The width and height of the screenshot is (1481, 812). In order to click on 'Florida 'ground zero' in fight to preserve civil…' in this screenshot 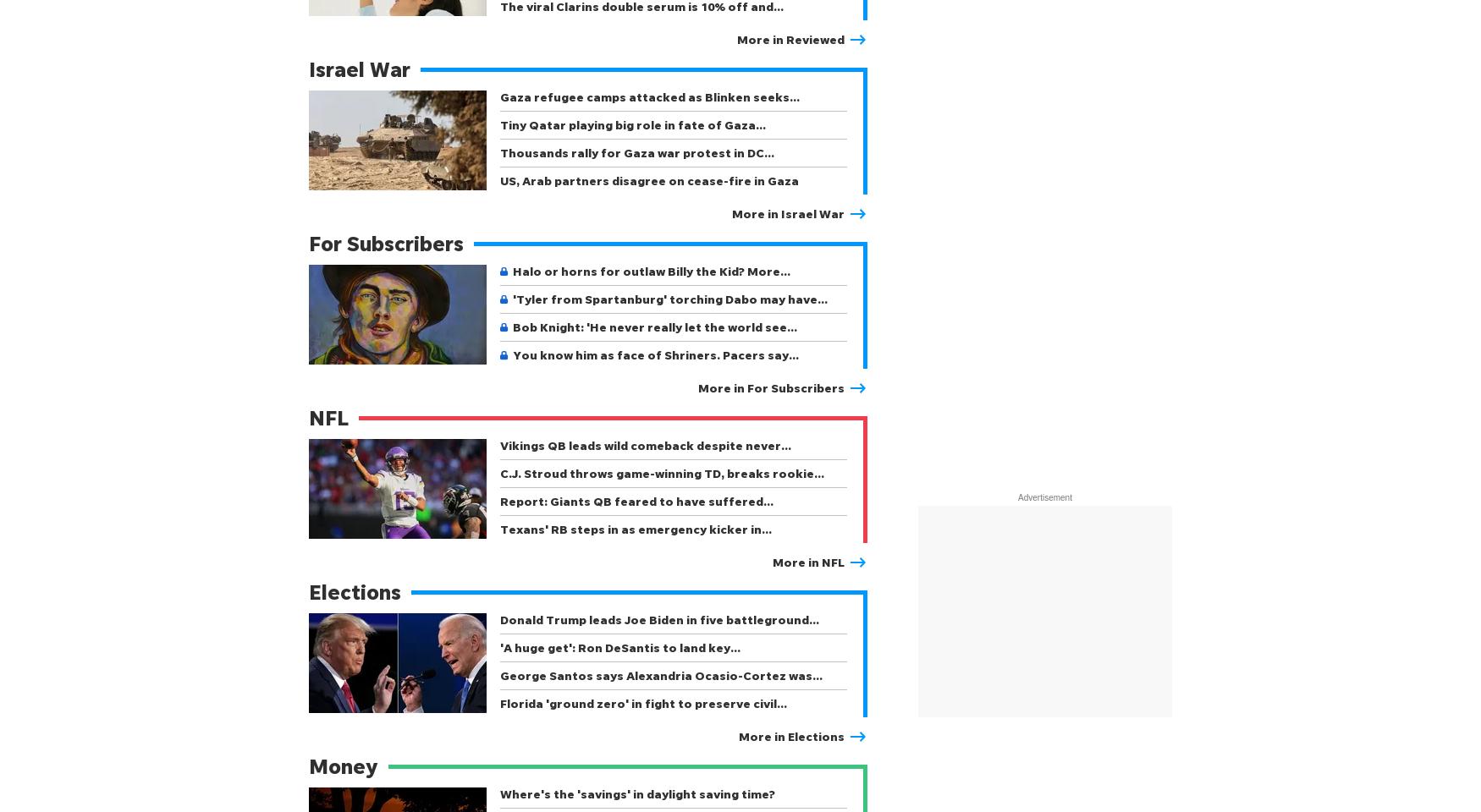, I will do `click(642, 703)`.